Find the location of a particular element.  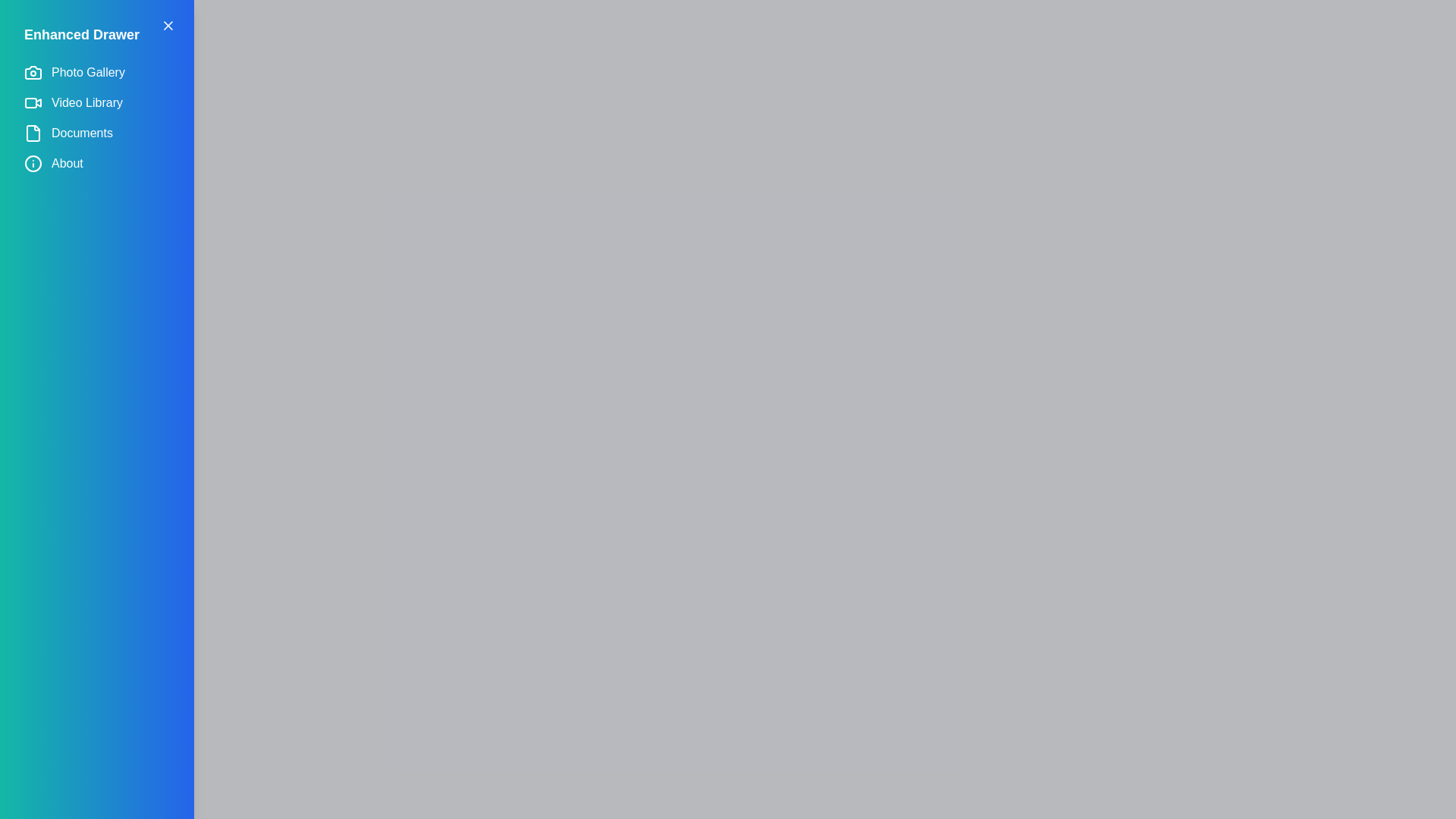

properties of the larger outermost circle that represents the 'About' menu item in the left sidebar is located at coordinates (33, 164).